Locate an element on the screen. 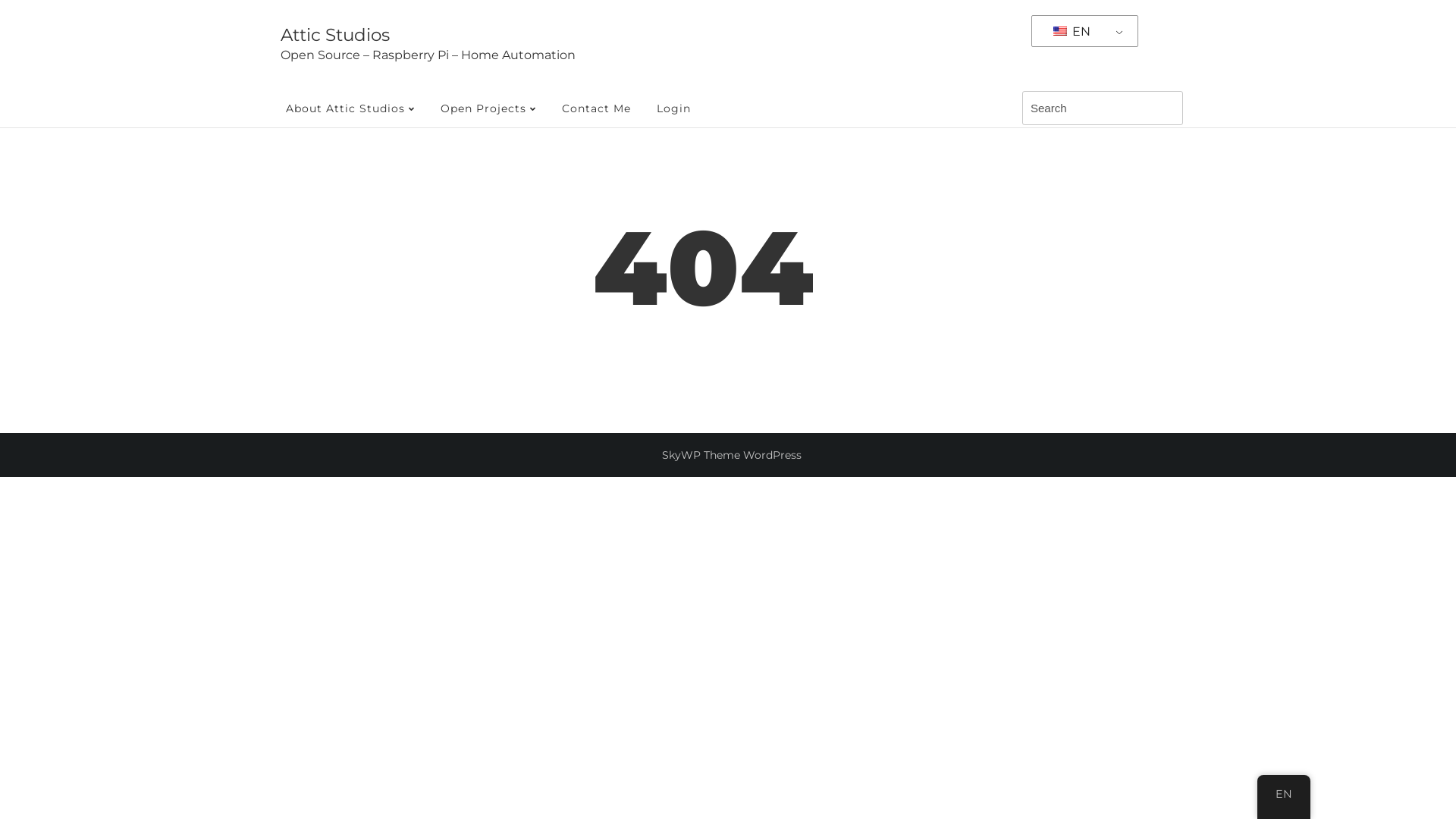 The width and height of the screenshot is (1456, 819). 'SkyWP Theme WordPress' is located at coordinates (731, 454).